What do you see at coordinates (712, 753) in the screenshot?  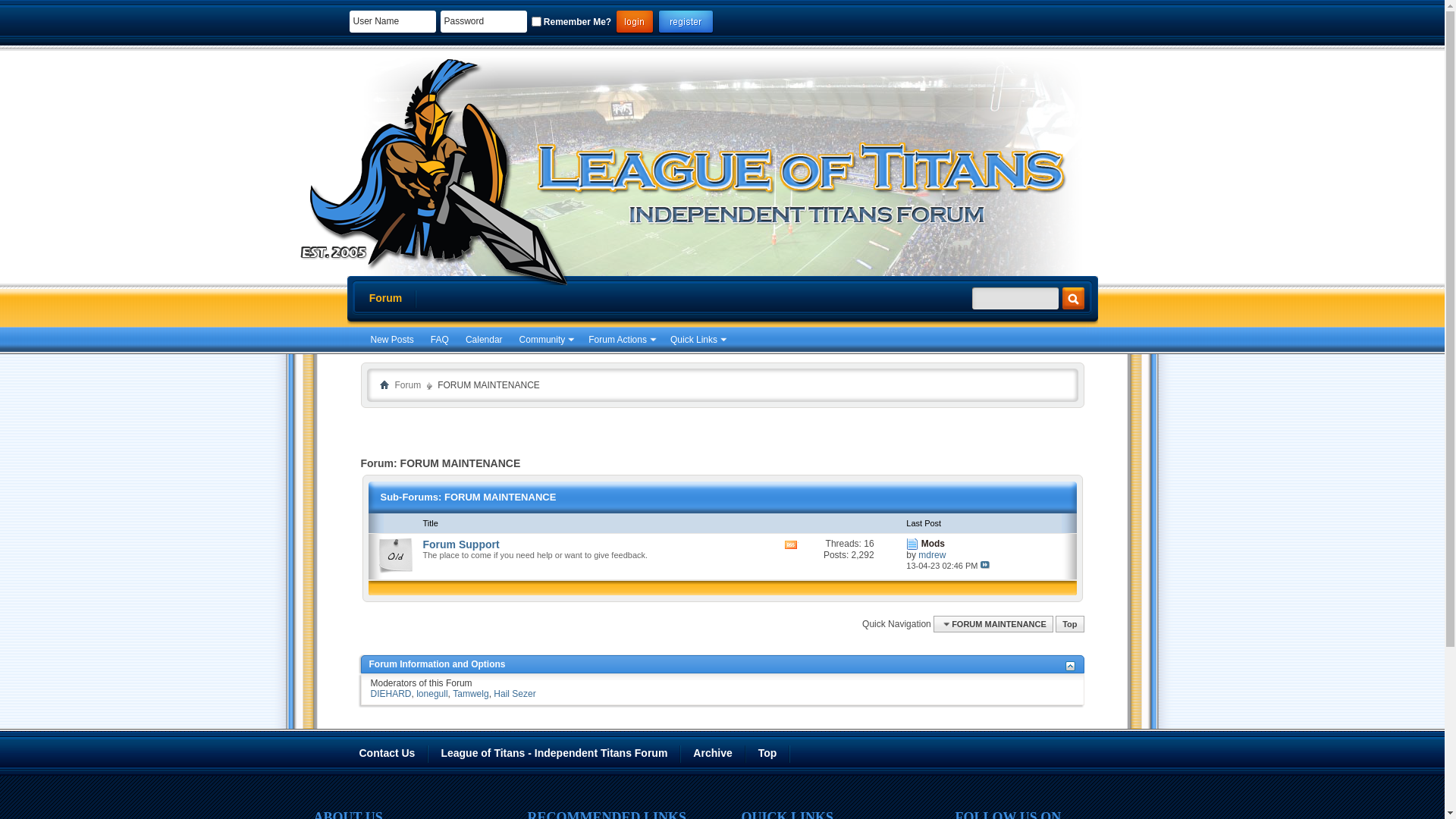 I see `'Archive'` at bounding box center [712, 753].